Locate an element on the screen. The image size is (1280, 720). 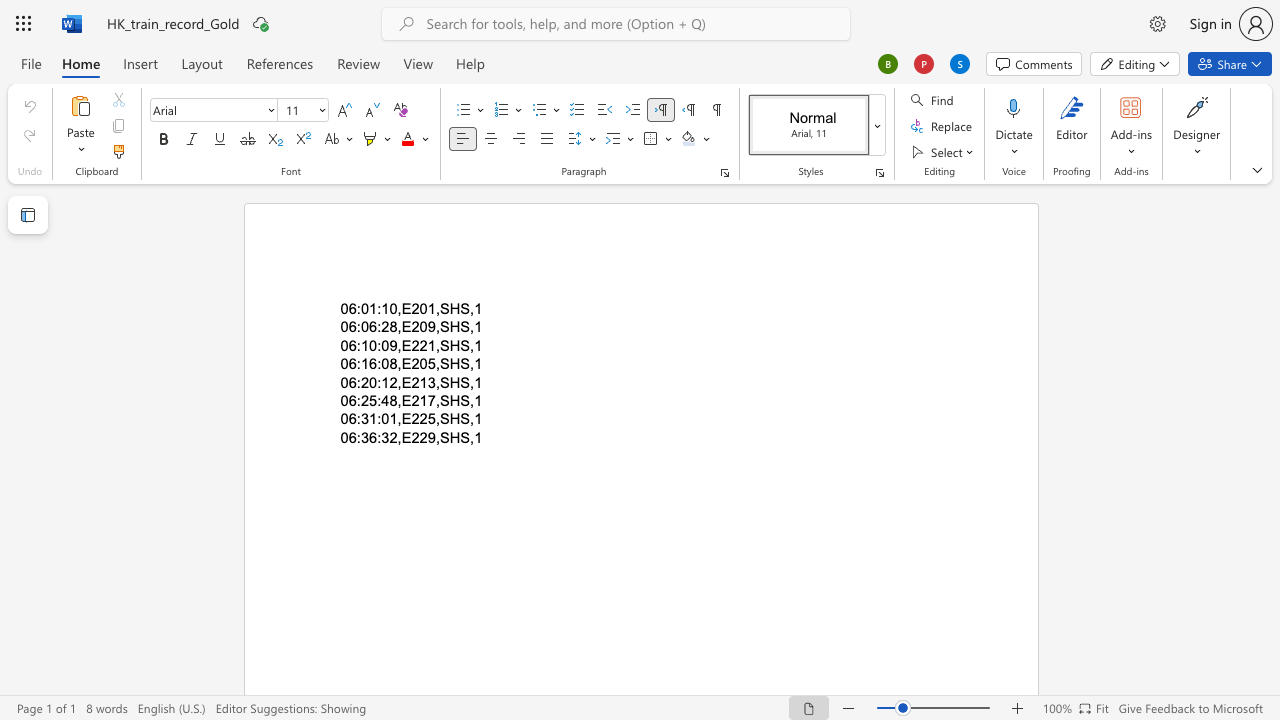
the space between the continuous character "5" and ":" in the text is located at coordinates (376, 401).